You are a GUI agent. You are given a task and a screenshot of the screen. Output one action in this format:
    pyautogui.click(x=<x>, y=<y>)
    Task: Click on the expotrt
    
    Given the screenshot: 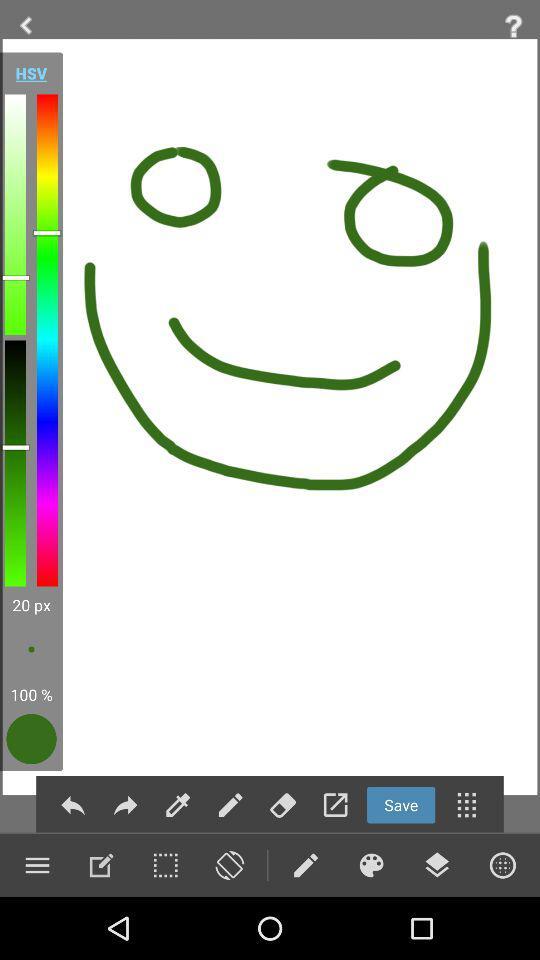 What is the action you would take?
    pyautogui.click(x=335, y=805)
    